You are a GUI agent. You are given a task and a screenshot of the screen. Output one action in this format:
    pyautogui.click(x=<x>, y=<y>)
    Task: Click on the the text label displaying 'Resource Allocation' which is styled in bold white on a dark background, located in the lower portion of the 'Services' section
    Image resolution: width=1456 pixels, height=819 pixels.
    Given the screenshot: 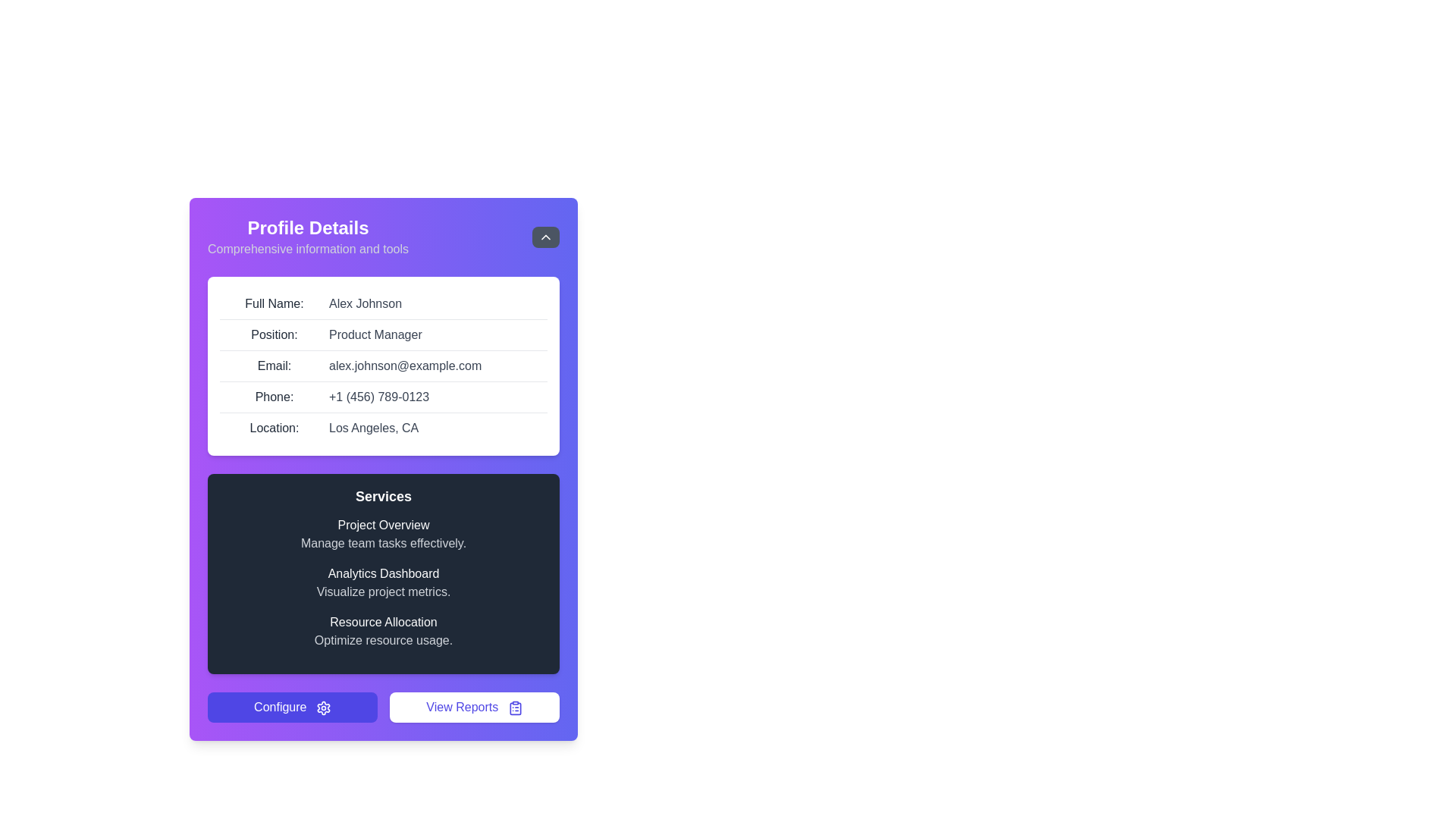 What is the action you would take?
    pyautogui.click(x=383, y=623)
    